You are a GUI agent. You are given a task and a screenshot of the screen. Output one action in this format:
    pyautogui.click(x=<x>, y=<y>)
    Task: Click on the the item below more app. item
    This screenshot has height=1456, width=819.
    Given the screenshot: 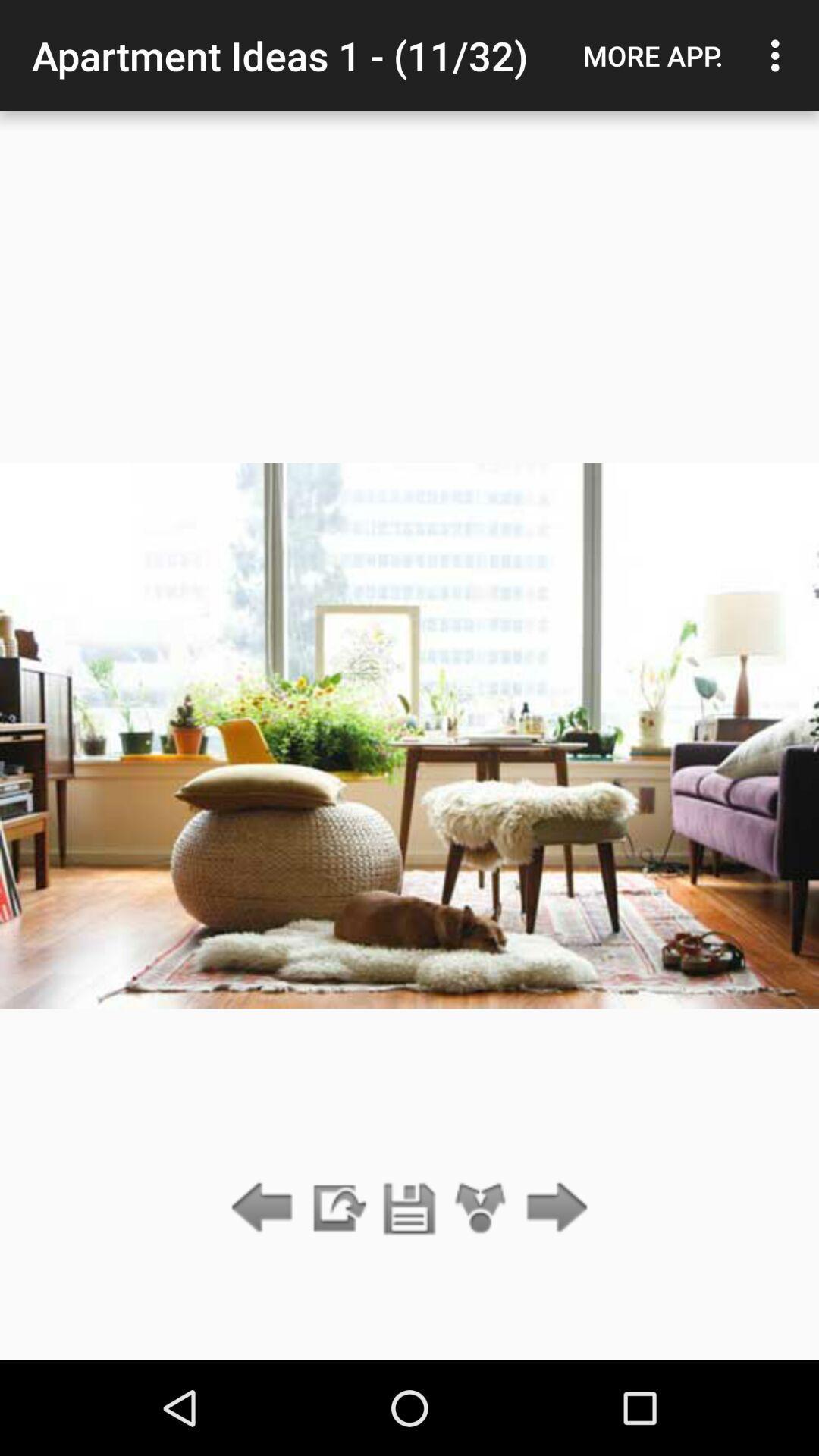 What is the action you would take?
    pyautogui.click(x=553, y=1208)
    